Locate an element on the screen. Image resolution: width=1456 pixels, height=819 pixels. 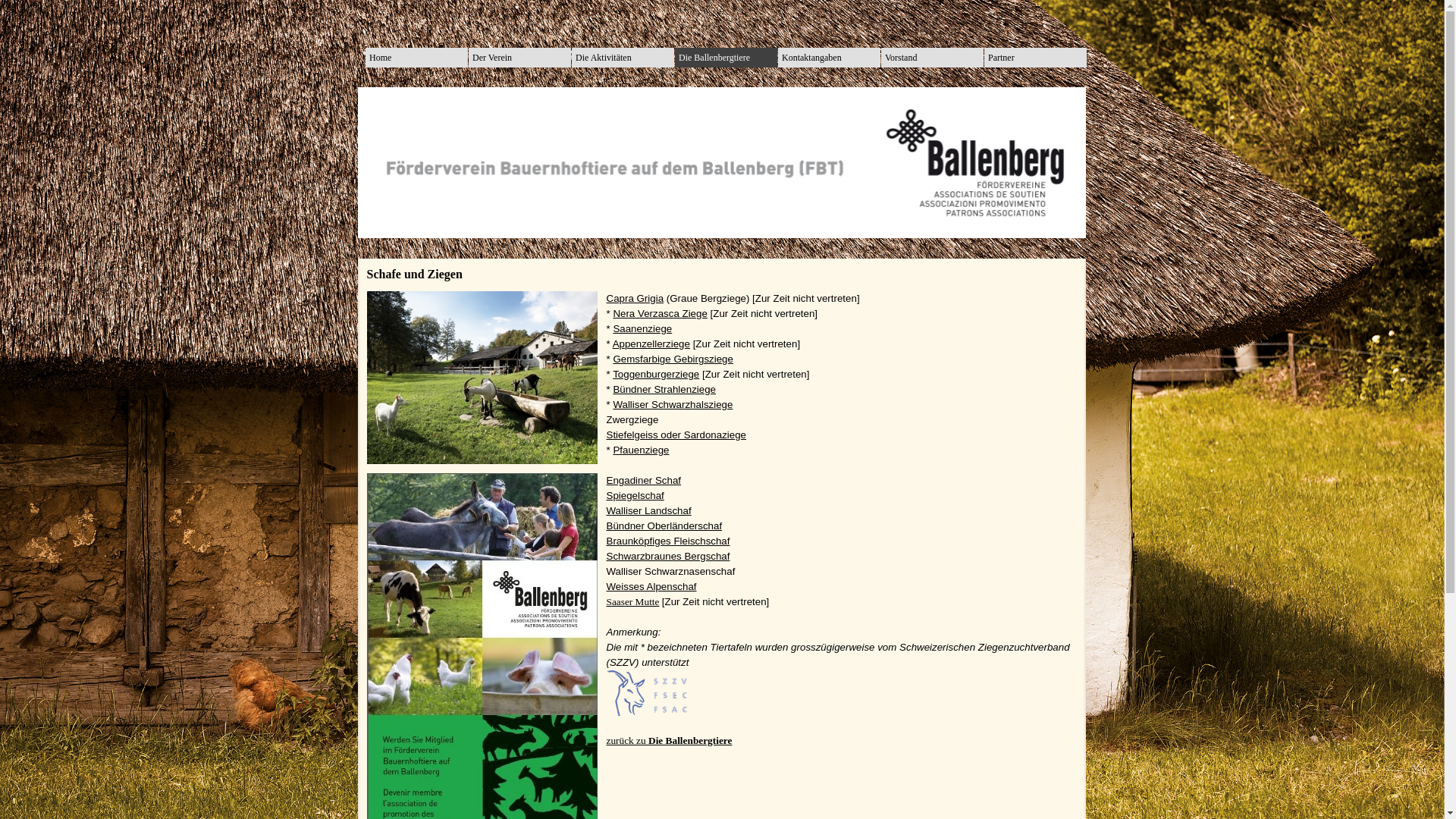
'Walliser Landschaf' is located at coordinates (648, 510).